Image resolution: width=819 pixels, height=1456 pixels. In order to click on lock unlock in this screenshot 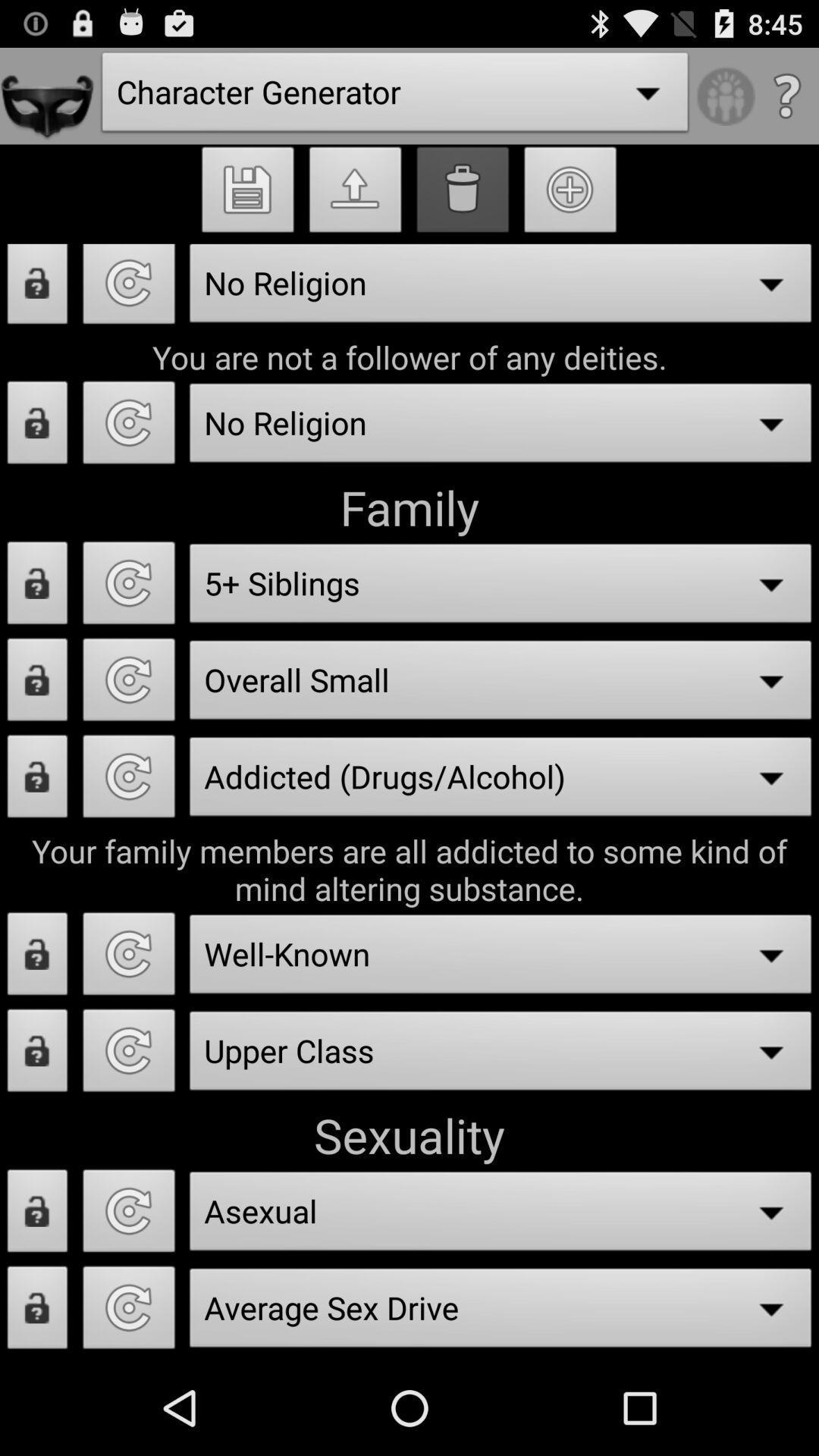, I will do `click(36, 586)`.